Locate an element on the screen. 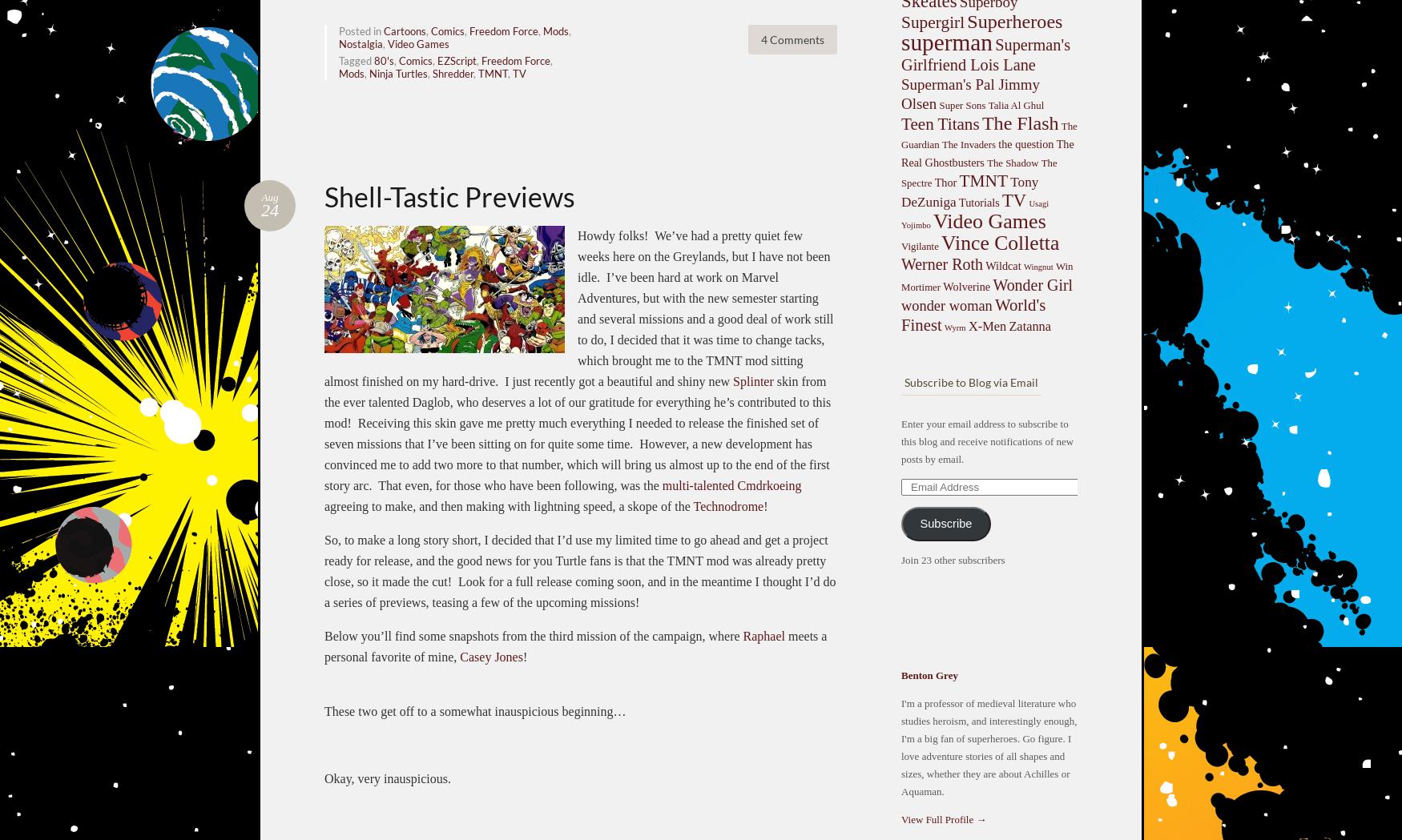  'Supergirl' is located at coordinates (932, 22).